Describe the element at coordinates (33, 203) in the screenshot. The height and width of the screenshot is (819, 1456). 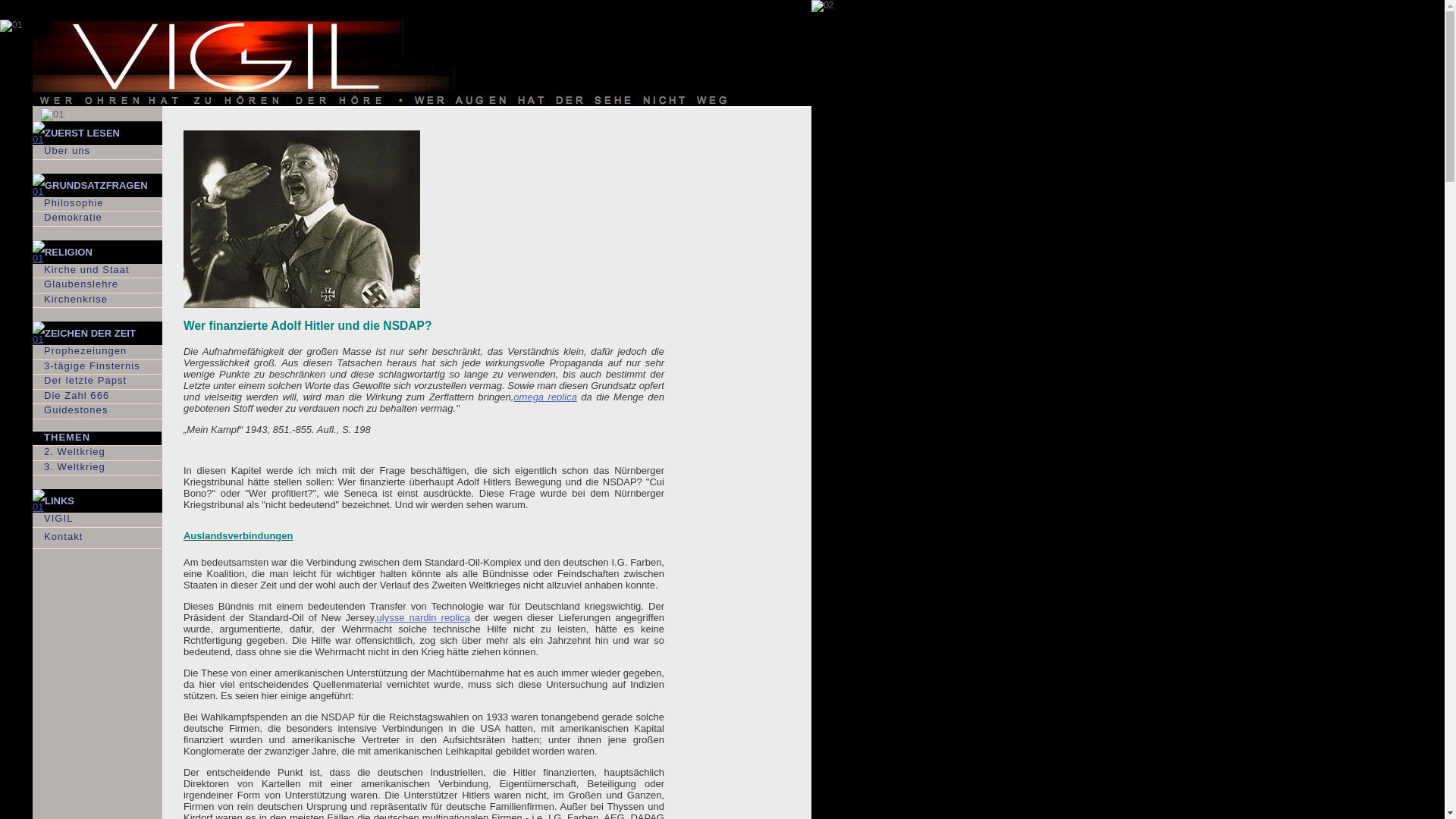
I see `'Philosophie'` at that location.